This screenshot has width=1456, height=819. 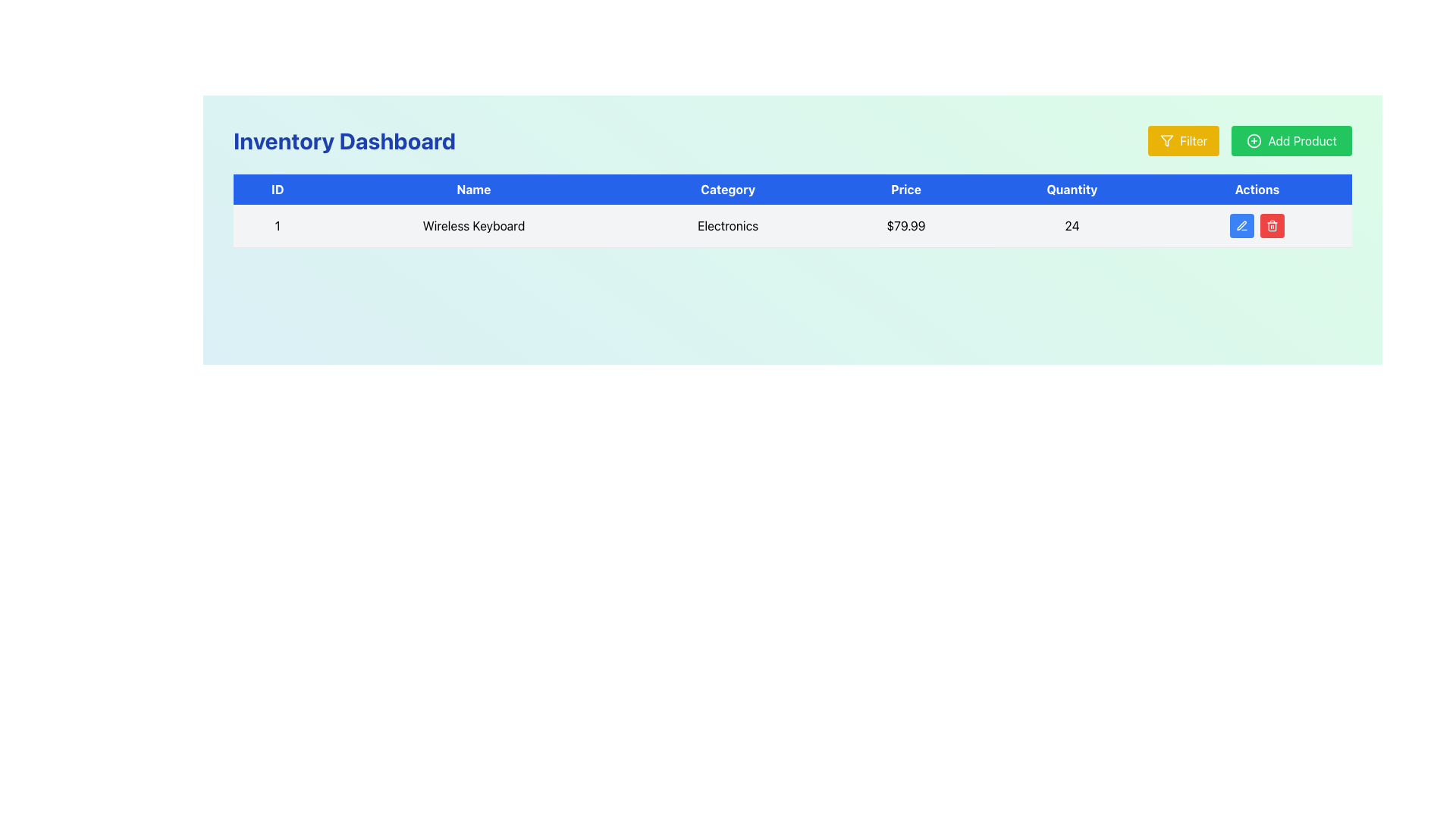 I want to click on the 'Filter' button icon located in the top-right portion of the interface, immediately to the left of the green 'Add Product' button, so click(x=1166, y=140).